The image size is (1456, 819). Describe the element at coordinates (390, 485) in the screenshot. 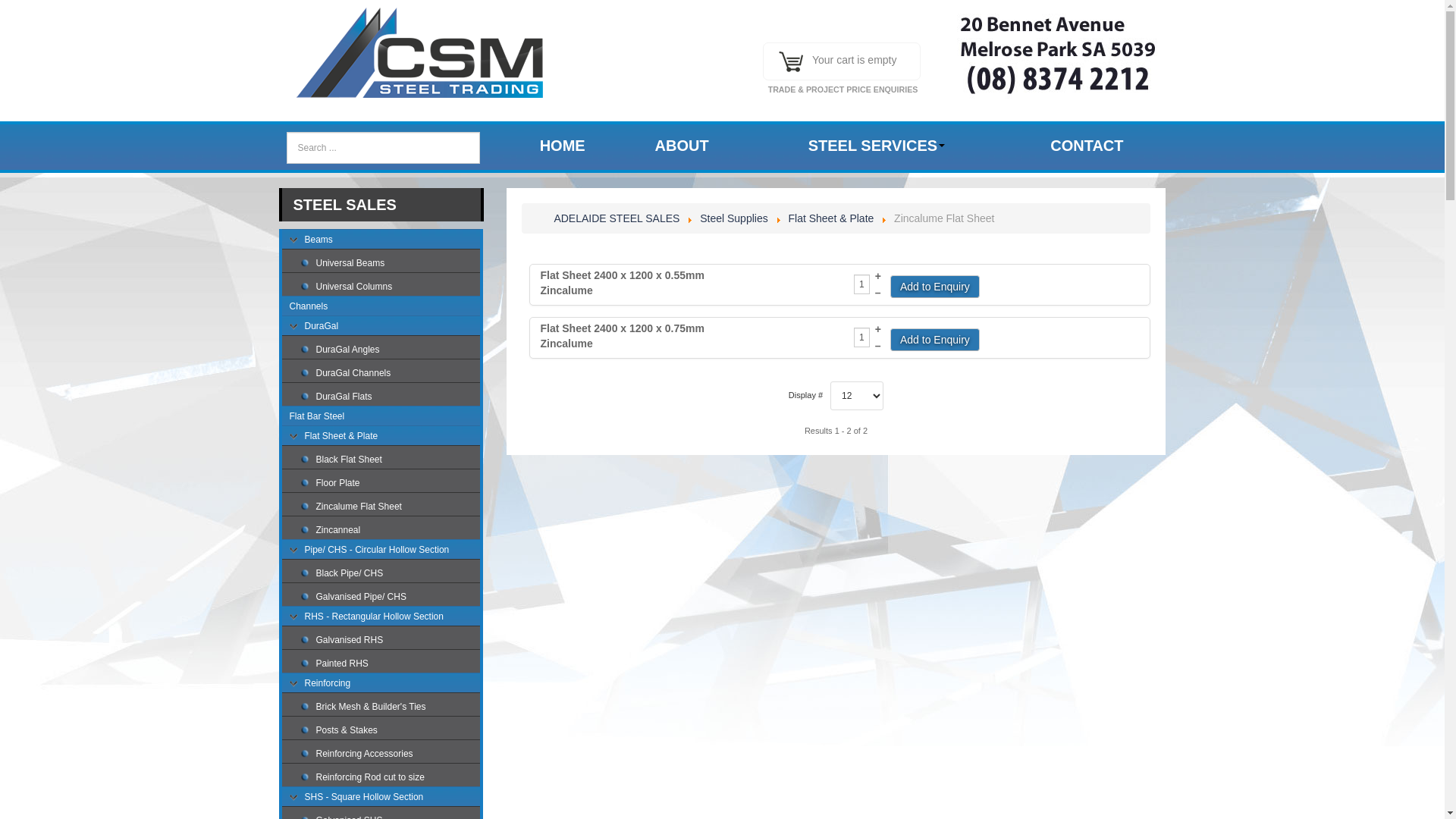

I see `'Floor Plate'` at that location.